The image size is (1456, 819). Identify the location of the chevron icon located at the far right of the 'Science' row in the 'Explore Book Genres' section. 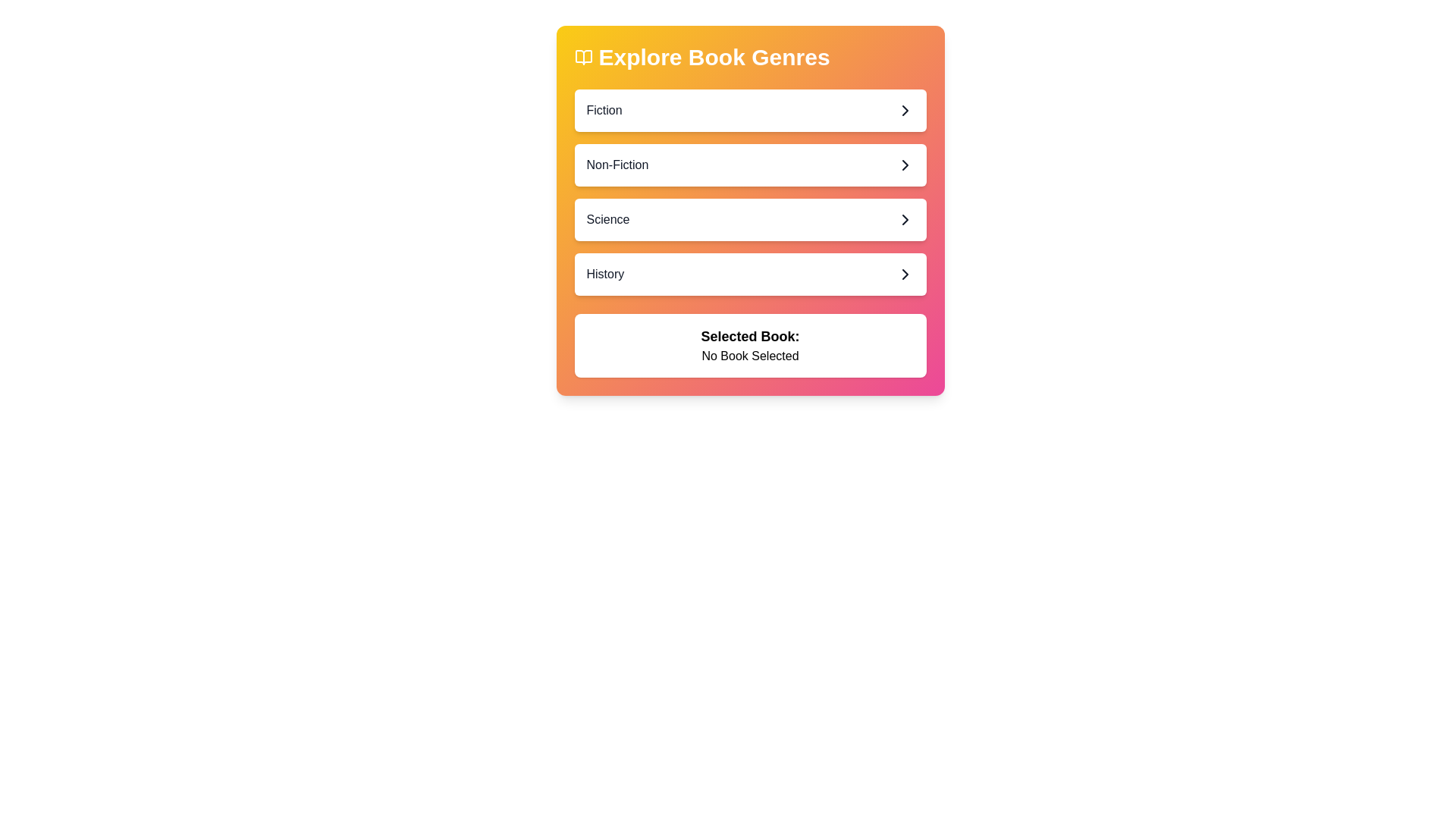
(905, 219).